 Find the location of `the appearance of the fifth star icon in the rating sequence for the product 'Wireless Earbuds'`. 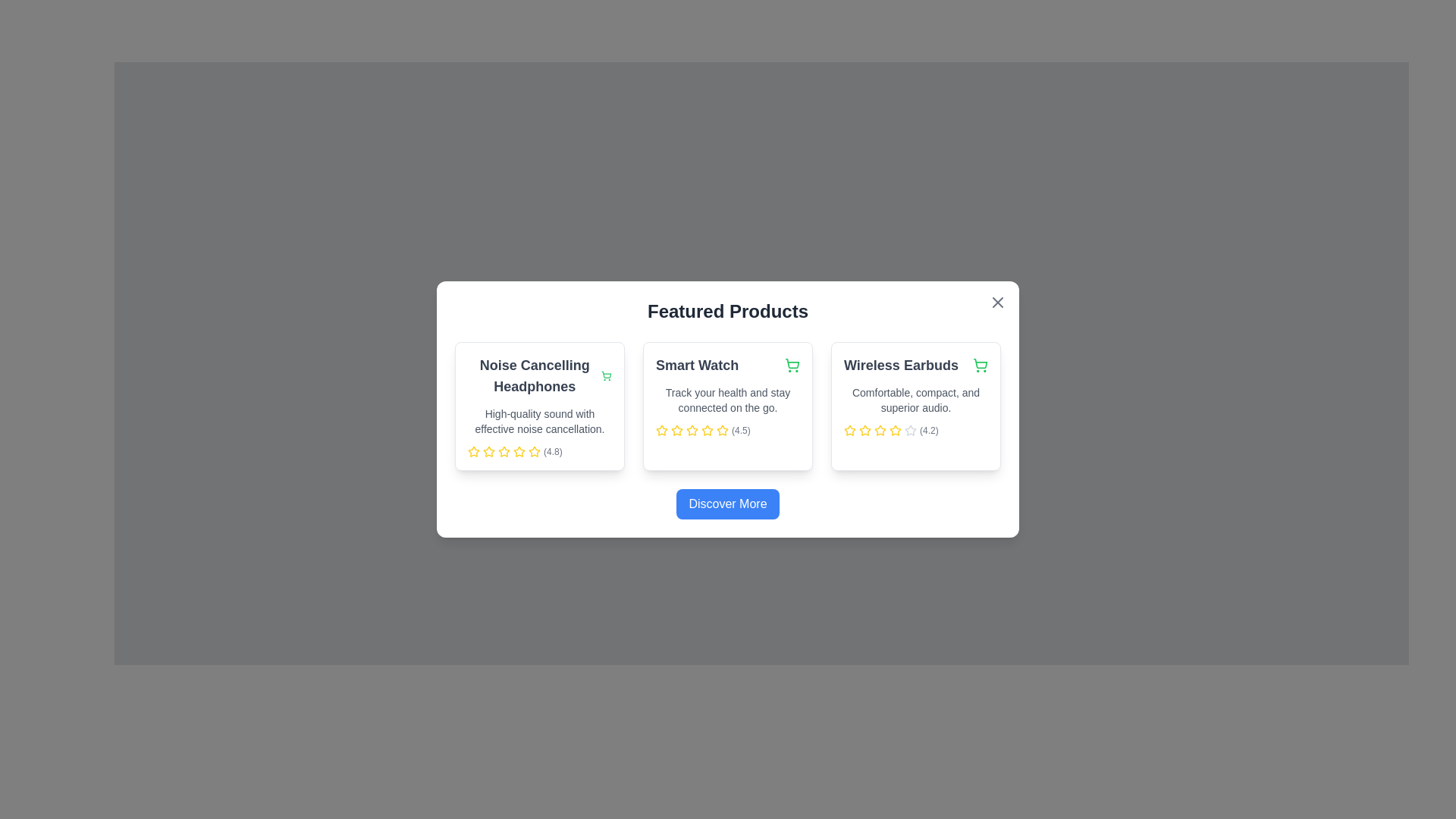

the appearance of the fifth star icon in the rating sequence for the product 'Wireless Earbuds' is located at coordinates (895, 430).